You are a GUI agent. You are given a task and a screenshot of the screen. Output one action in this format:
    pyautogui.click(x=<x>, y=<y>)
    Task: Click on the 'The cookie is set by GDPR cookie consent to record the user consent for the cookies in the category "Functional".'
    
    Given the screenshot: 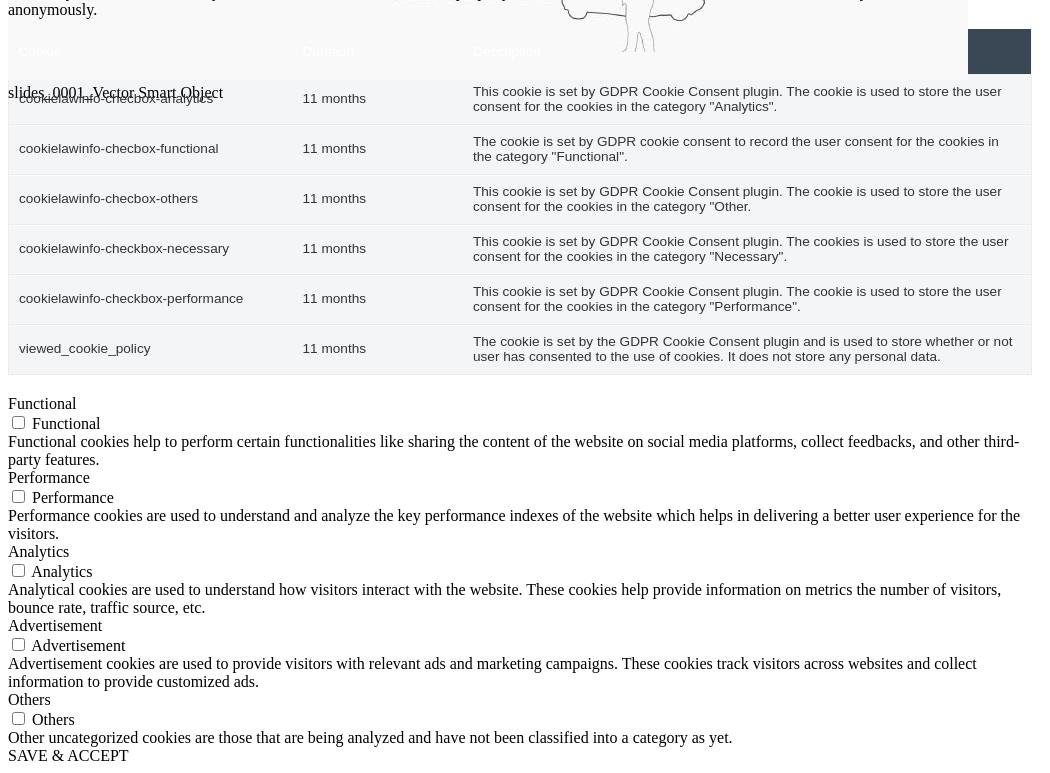 What is the action you would take?
    pyautogui.click(x=734, y=148)
    